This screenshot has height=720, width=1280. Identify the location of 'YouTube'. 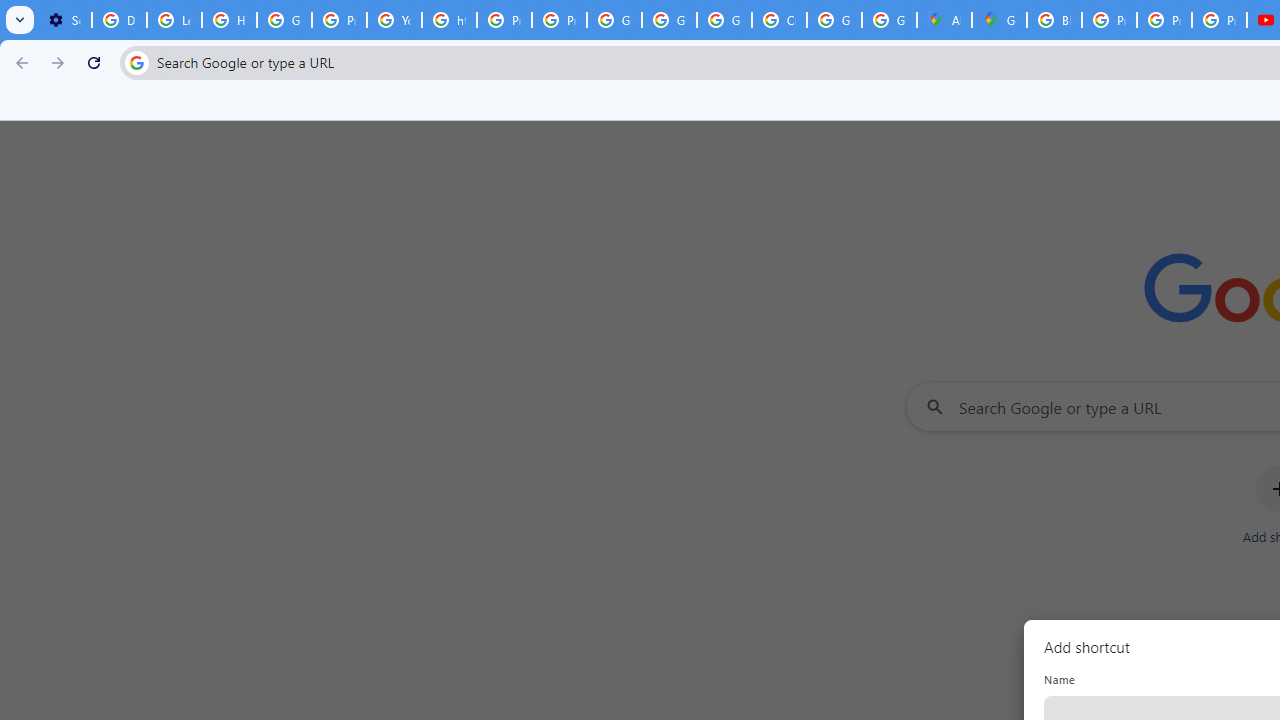
(394, 20).